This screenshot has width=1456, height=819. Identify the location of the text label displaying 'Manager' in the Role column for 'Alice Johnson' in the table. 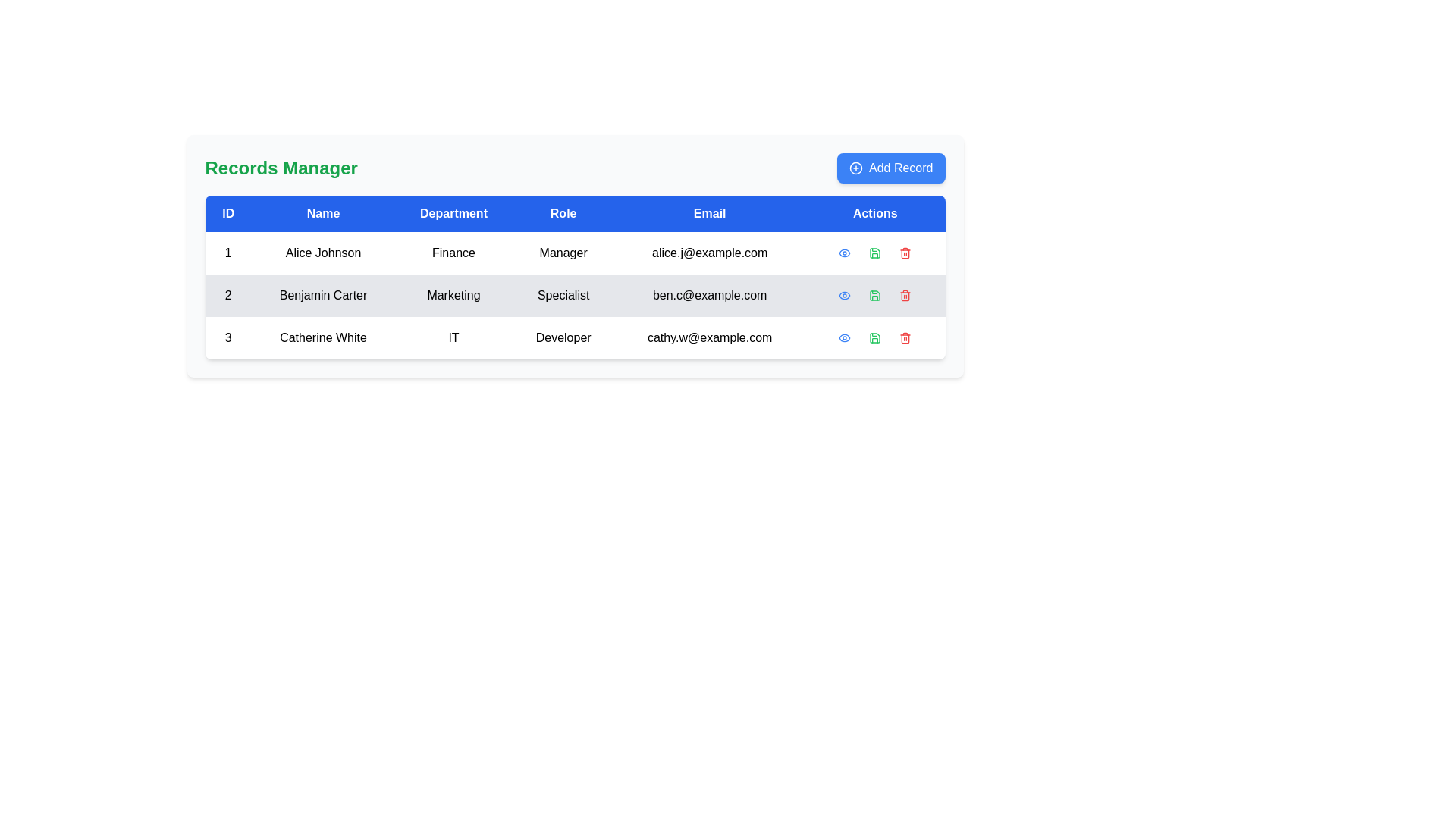
(563, 253).